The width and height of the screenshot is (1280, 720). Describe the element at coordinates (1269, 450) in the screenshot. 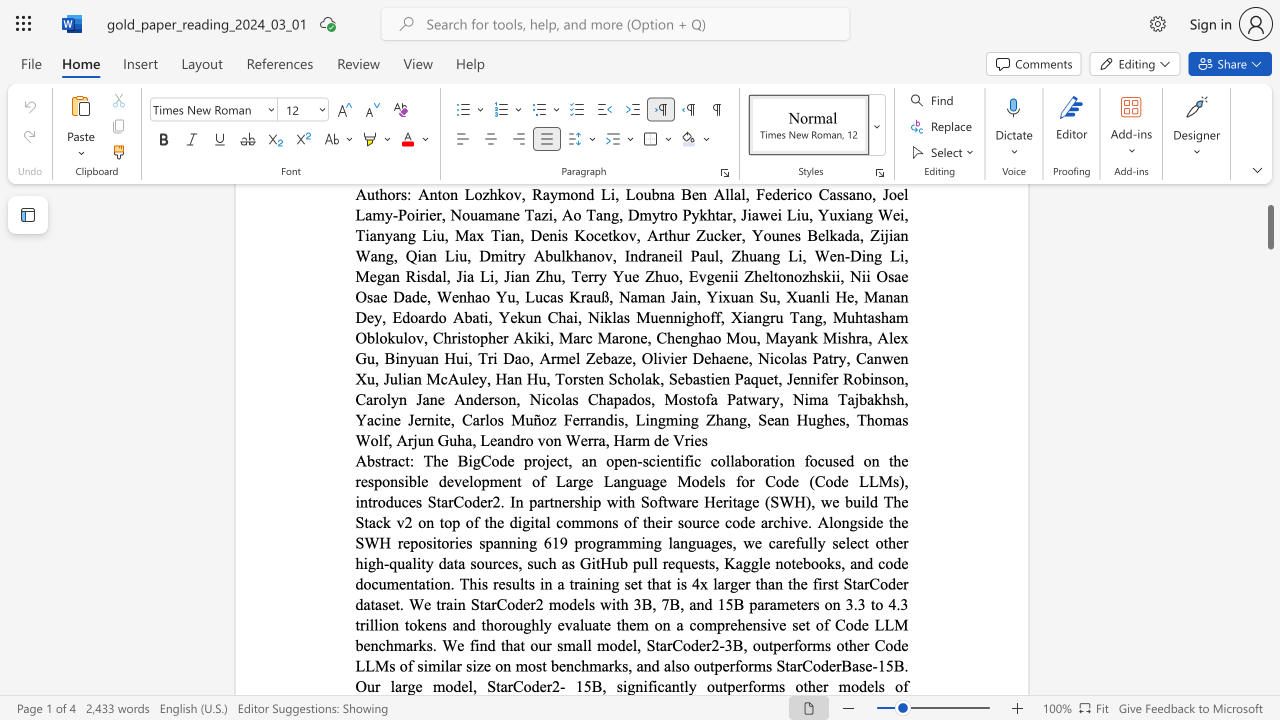

I see `the scrollbar on the right to move the page downward` at that location.